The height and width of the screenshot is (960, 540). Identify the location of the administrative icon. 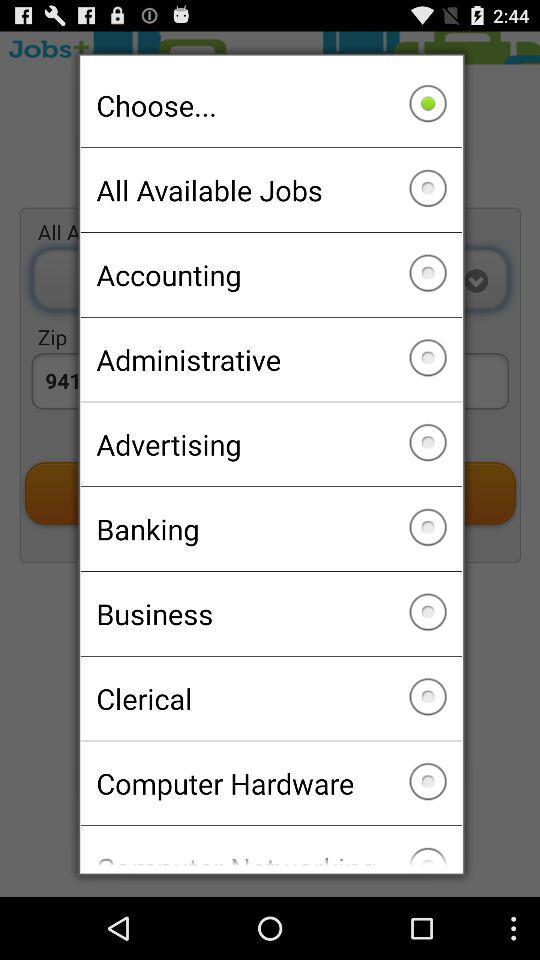
(270, 359).